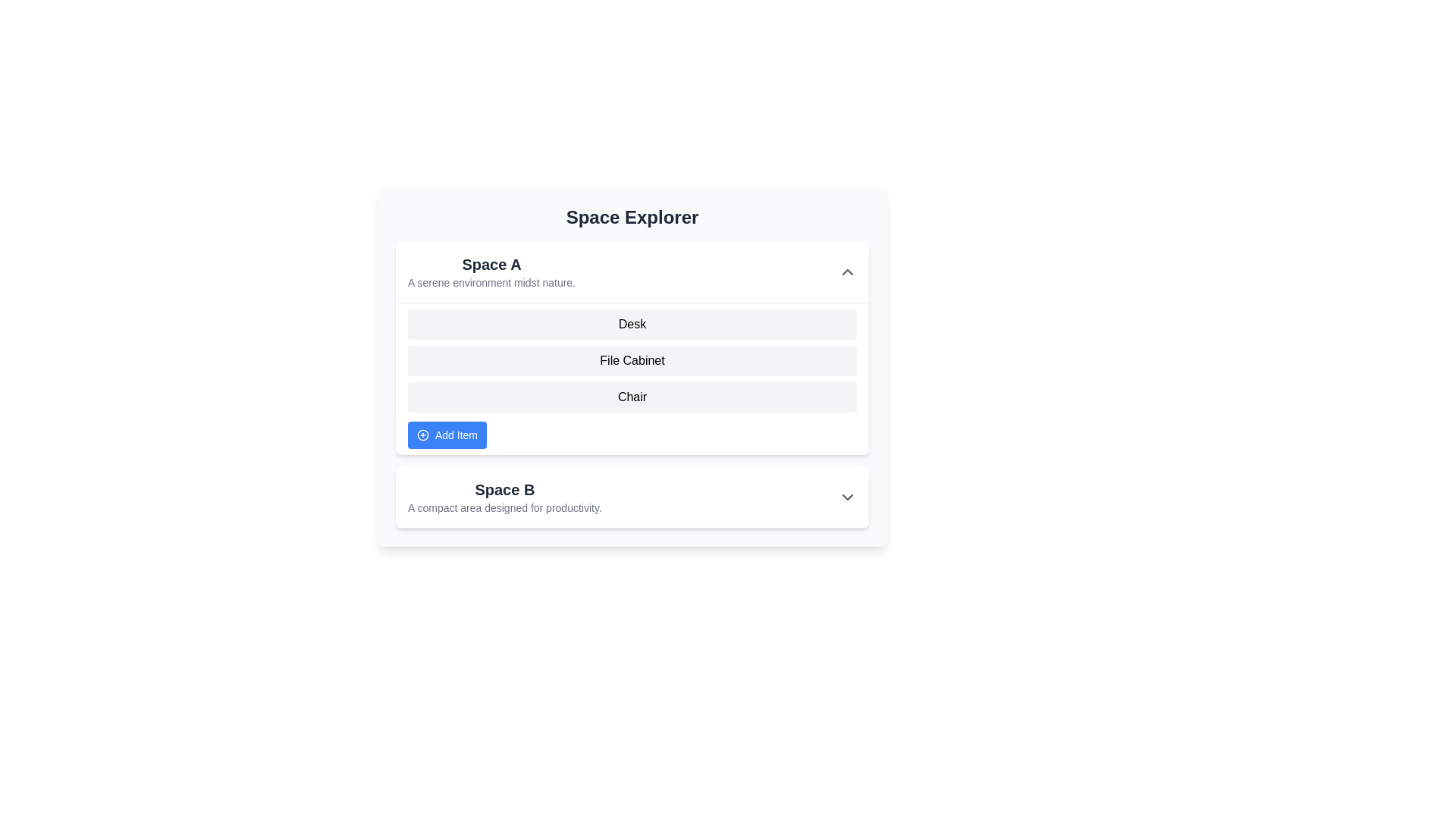 The image size is (1456, 819). Describe the element at coordinates (491, 271) in the screenshot. I see `the Label for the section 'Space A'` at that location.